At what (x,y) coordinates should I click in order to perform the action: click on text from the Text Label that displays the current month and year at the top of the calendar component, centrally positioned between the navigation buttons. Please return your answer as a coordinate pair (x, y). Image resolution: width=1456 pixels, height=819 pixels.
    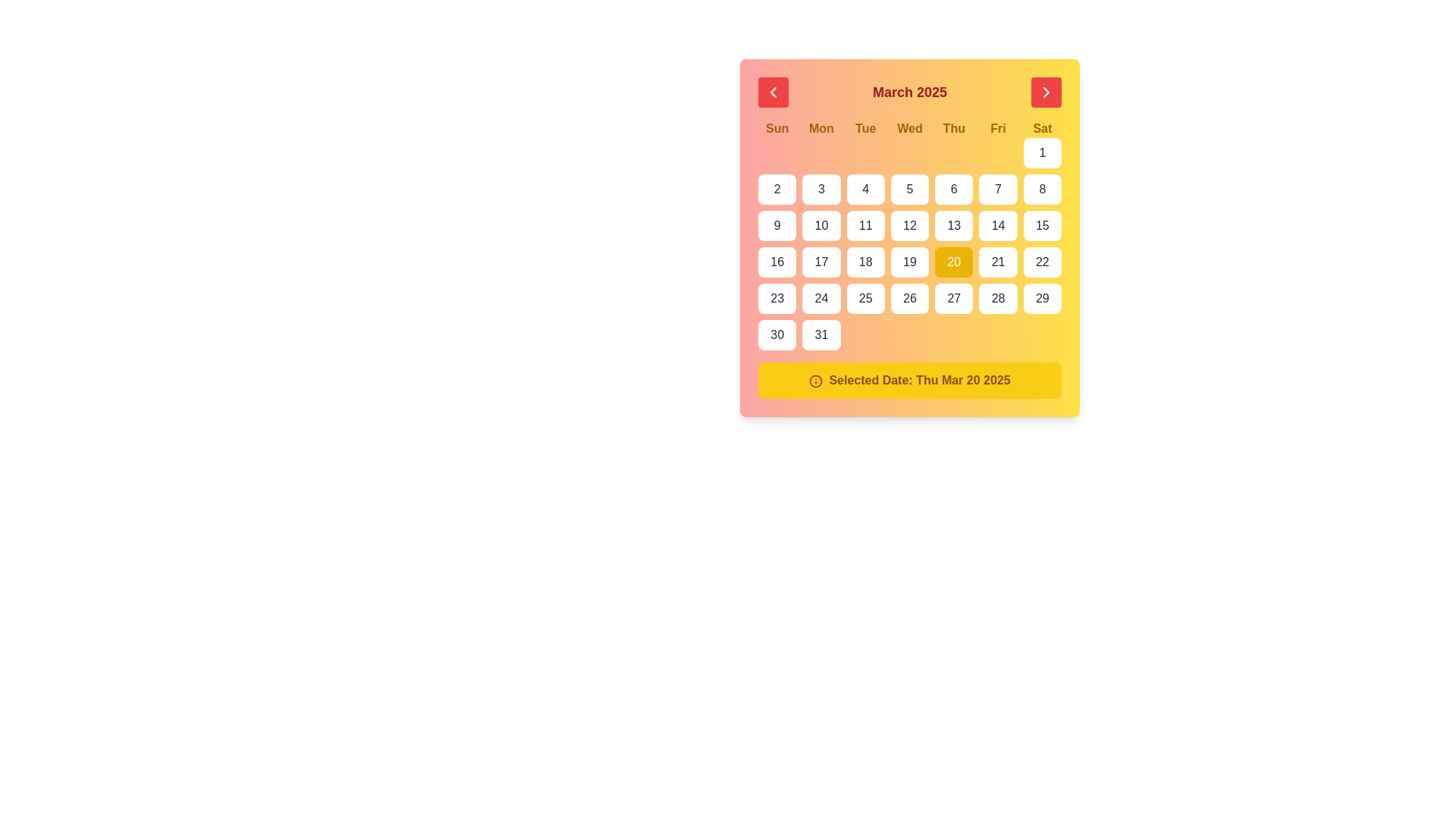
    Looking at the image, I should click on (910, 93).